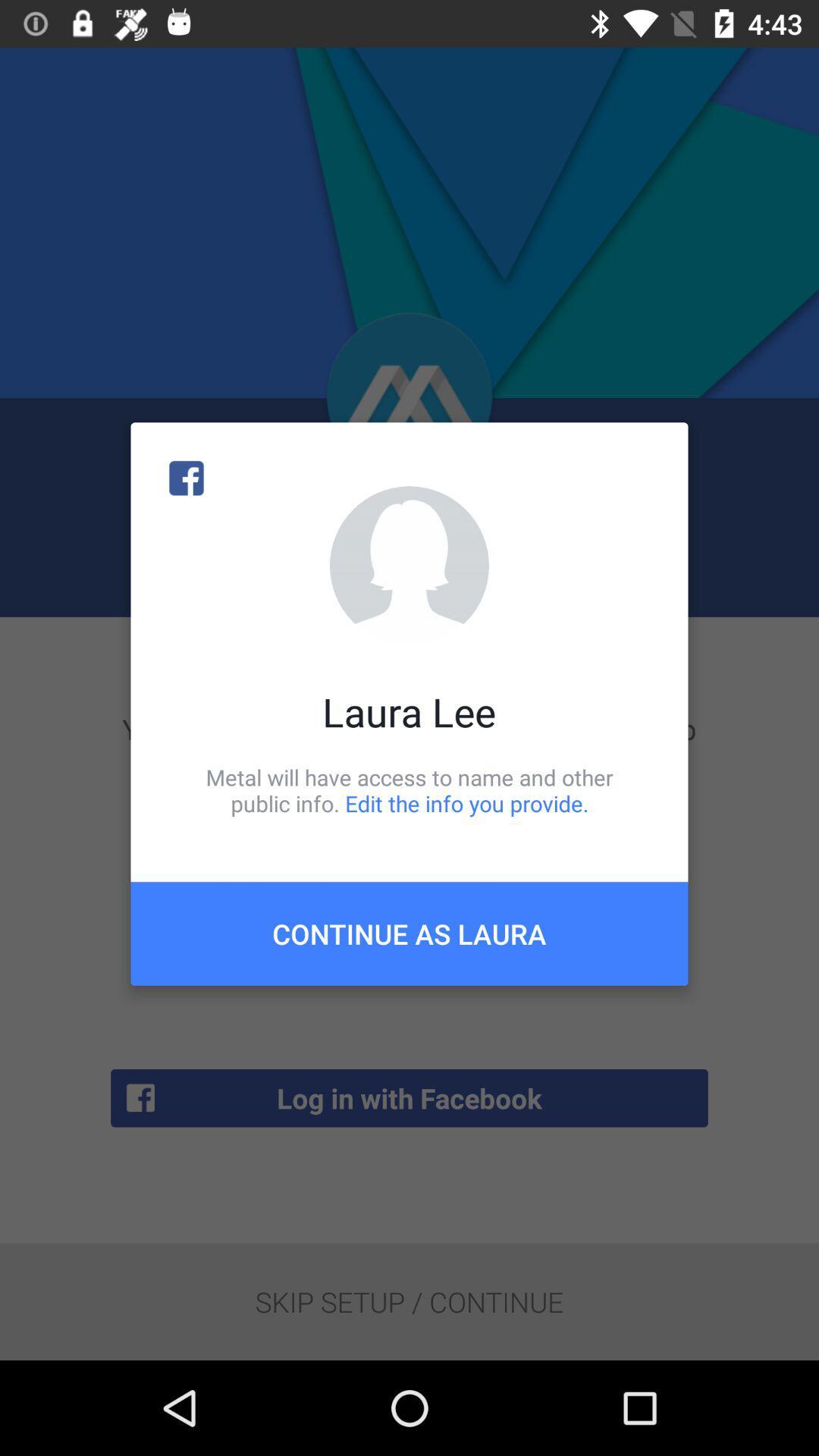 The image size is (819, 1456). Describe the element at coordinates (409, 789) in the screenshot. I see `metal will have item` at that location.